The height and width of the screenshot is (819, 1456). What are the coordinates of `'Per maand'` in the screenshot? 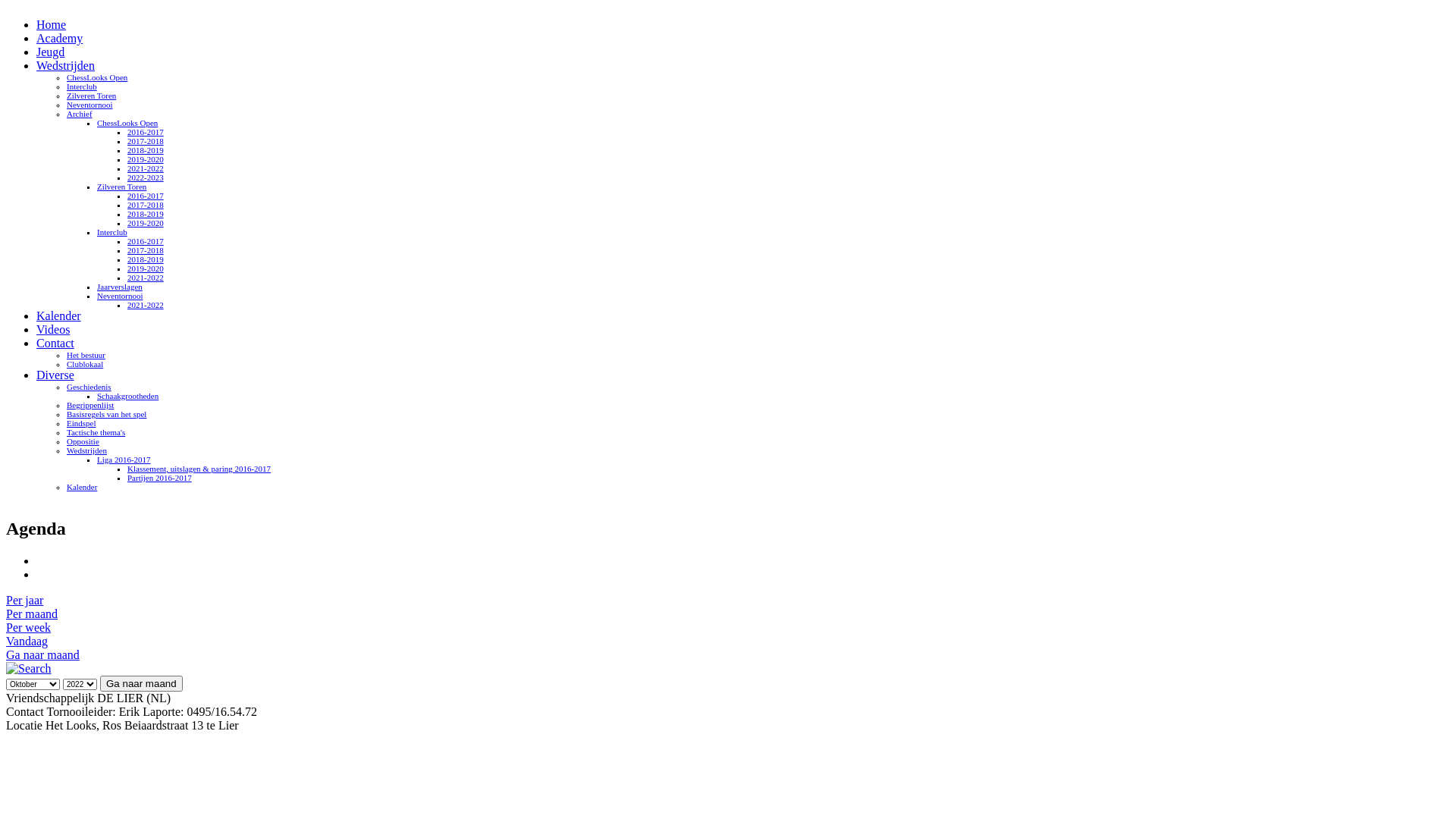 It's located at (6, 613).